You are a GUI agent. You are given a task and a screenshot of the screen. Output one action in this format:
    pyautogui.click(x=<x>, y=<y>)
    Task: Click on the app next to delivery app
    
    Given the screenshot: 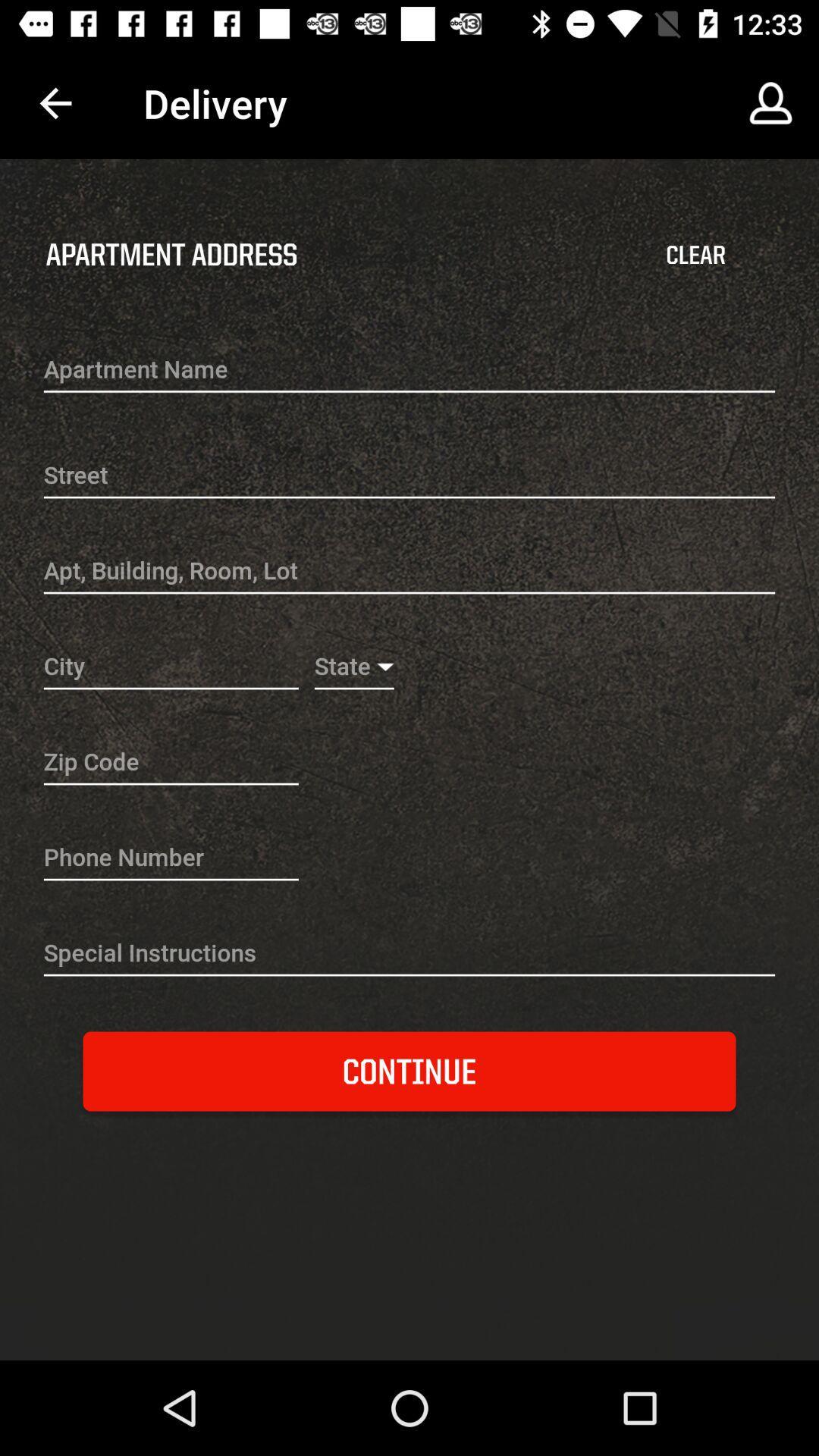 What is the action you would take?
    pyautogui.click(x=55, y=102)
    